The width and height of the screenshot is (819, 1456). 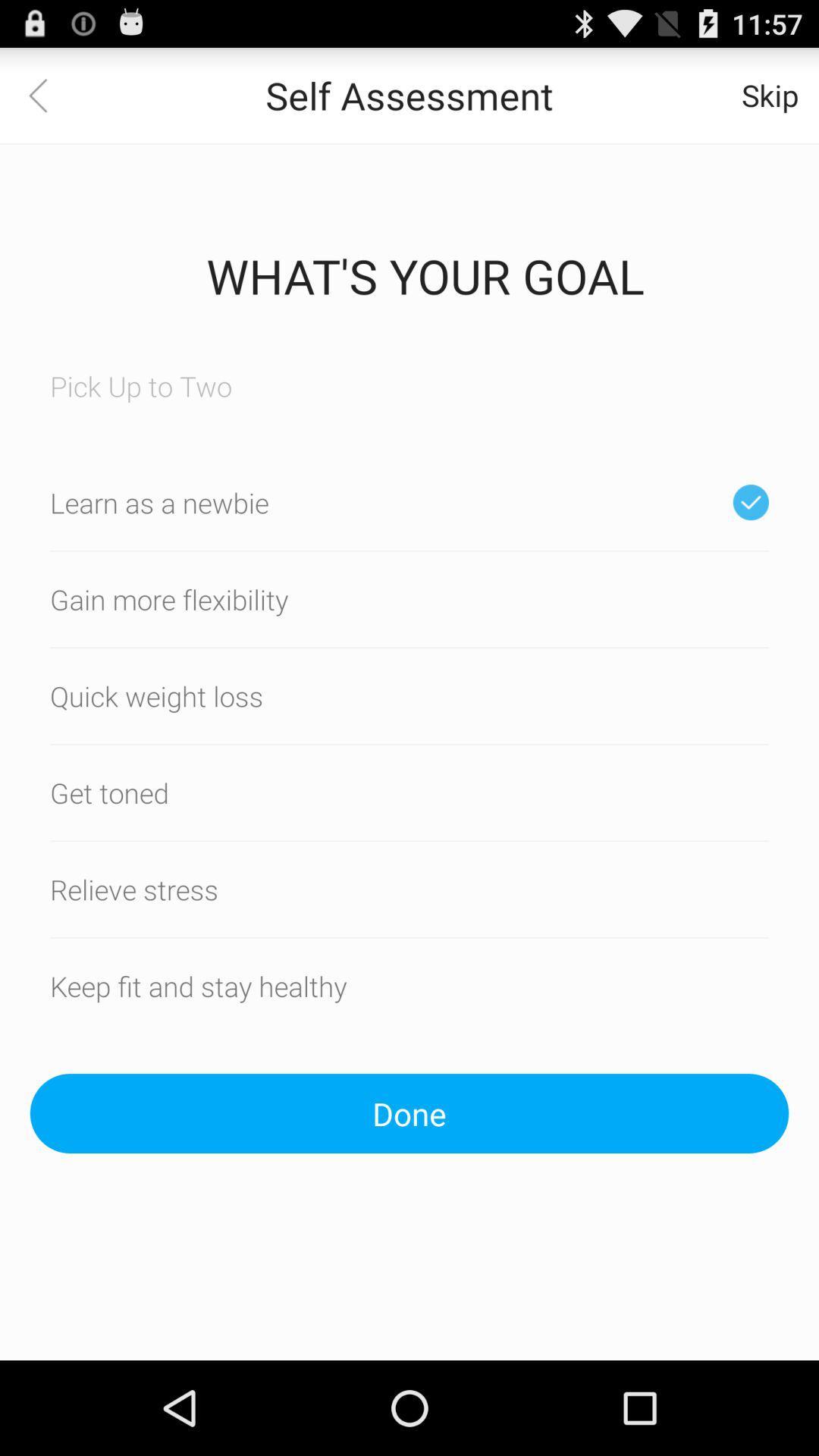 I want to click on icon next to the self assessment, so click(x=770, y=94).